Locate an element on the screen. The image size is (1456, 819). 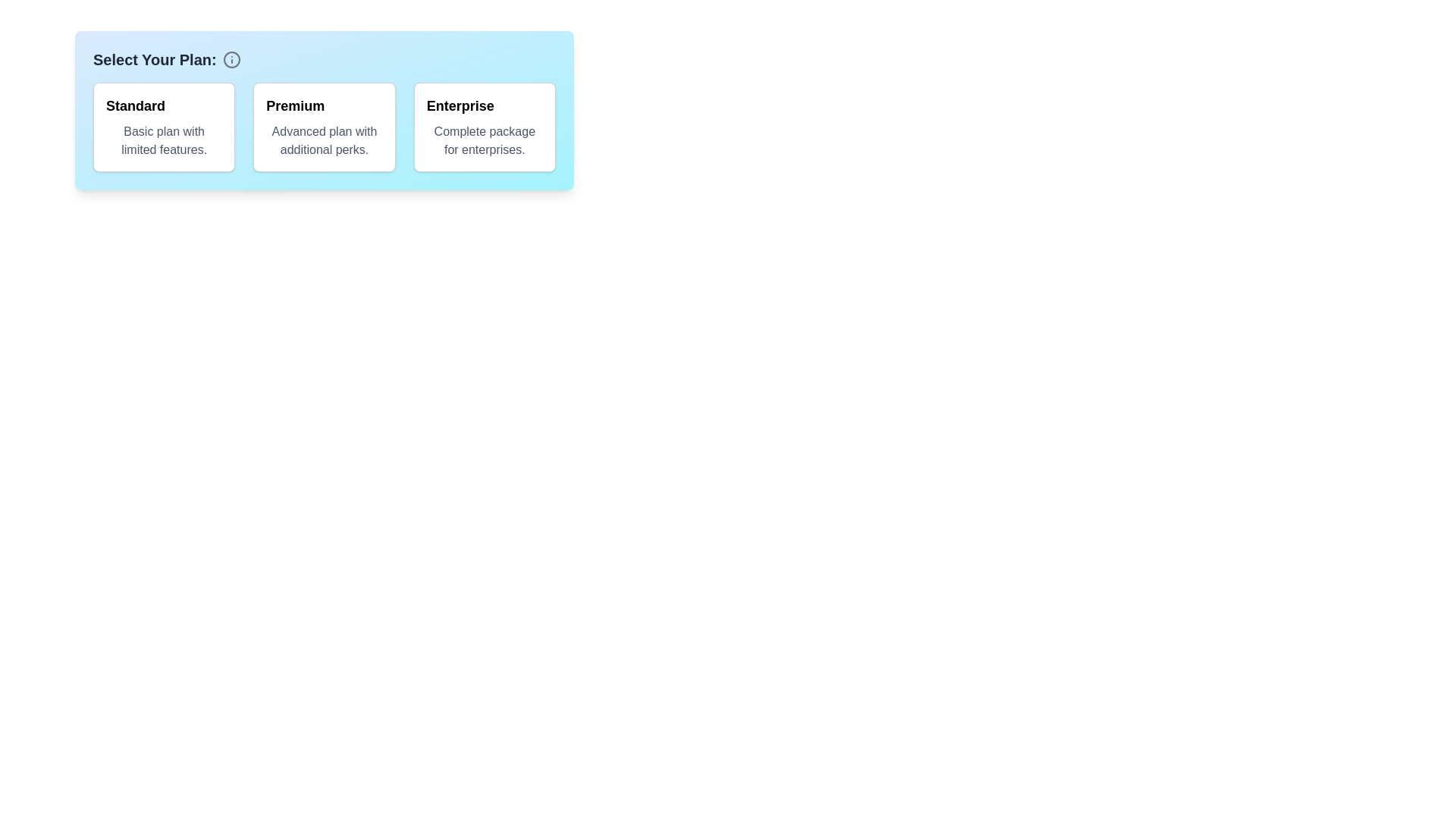
the descriptive text label for the 'Standard' plan, which is located beneath the bold 'Standard' label in the first card of the plans list is located at coordinates (164, 140).